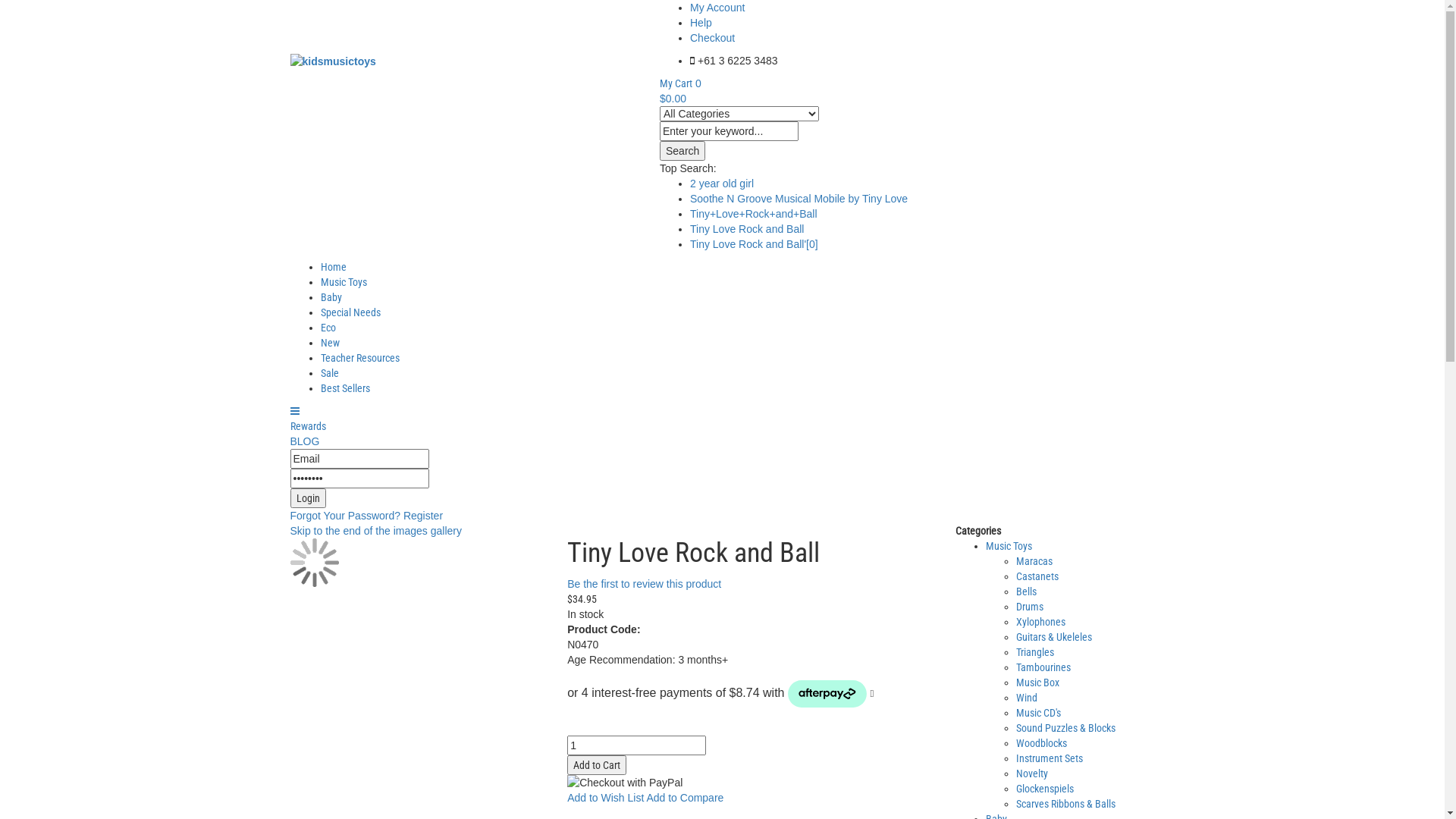  I want to click on 'Home', so click(331, 265).